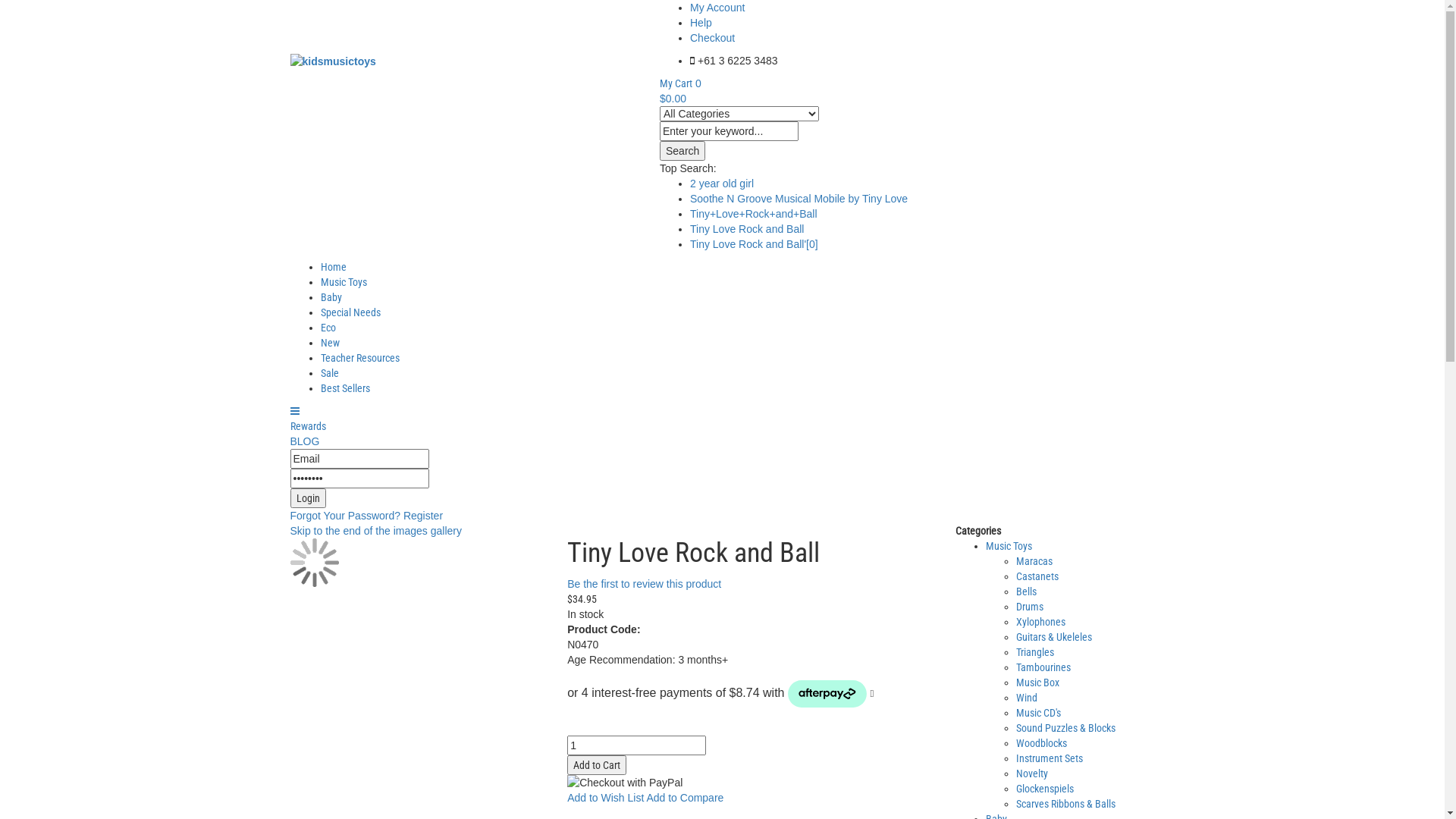  I want to click on 'Home', so click(331, 265).